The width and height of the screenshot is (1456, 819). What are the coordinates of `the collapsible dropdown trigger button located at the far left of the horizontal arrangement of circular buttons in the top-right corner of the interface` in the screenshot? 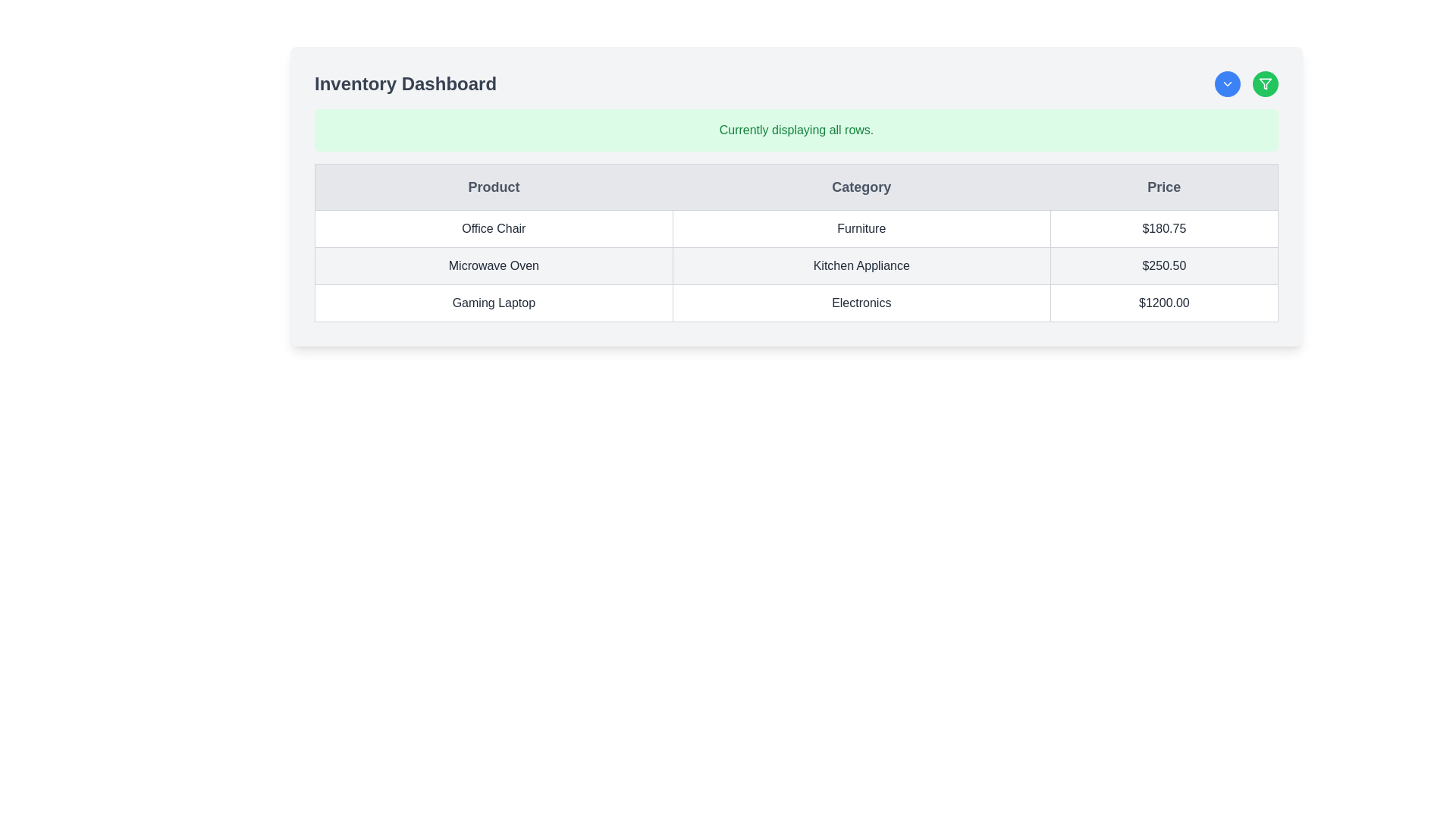 It's located at (1227, 84).